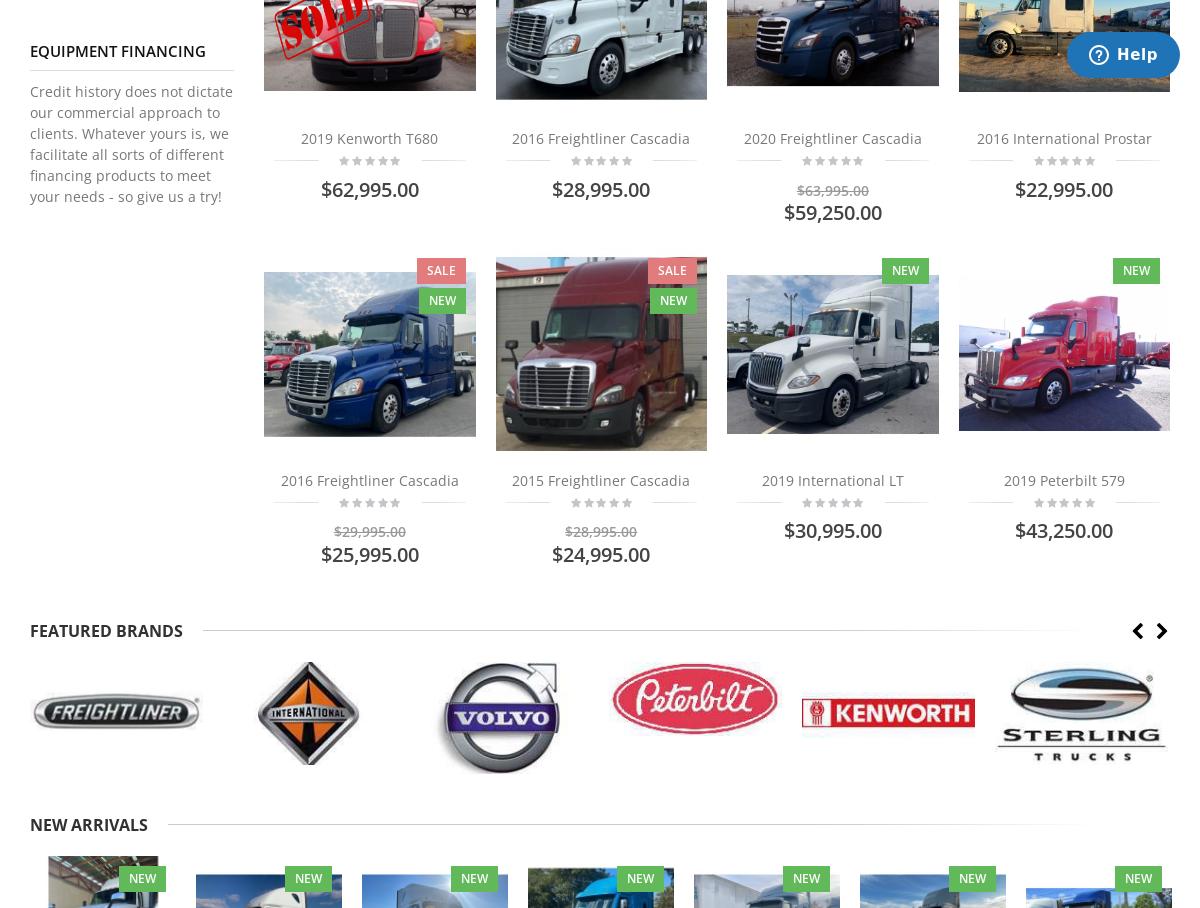  What do you see at coordinates (51, 42) in the screenshot?
I see `'Illinois (IL);'` at bounding box center [51, 42].